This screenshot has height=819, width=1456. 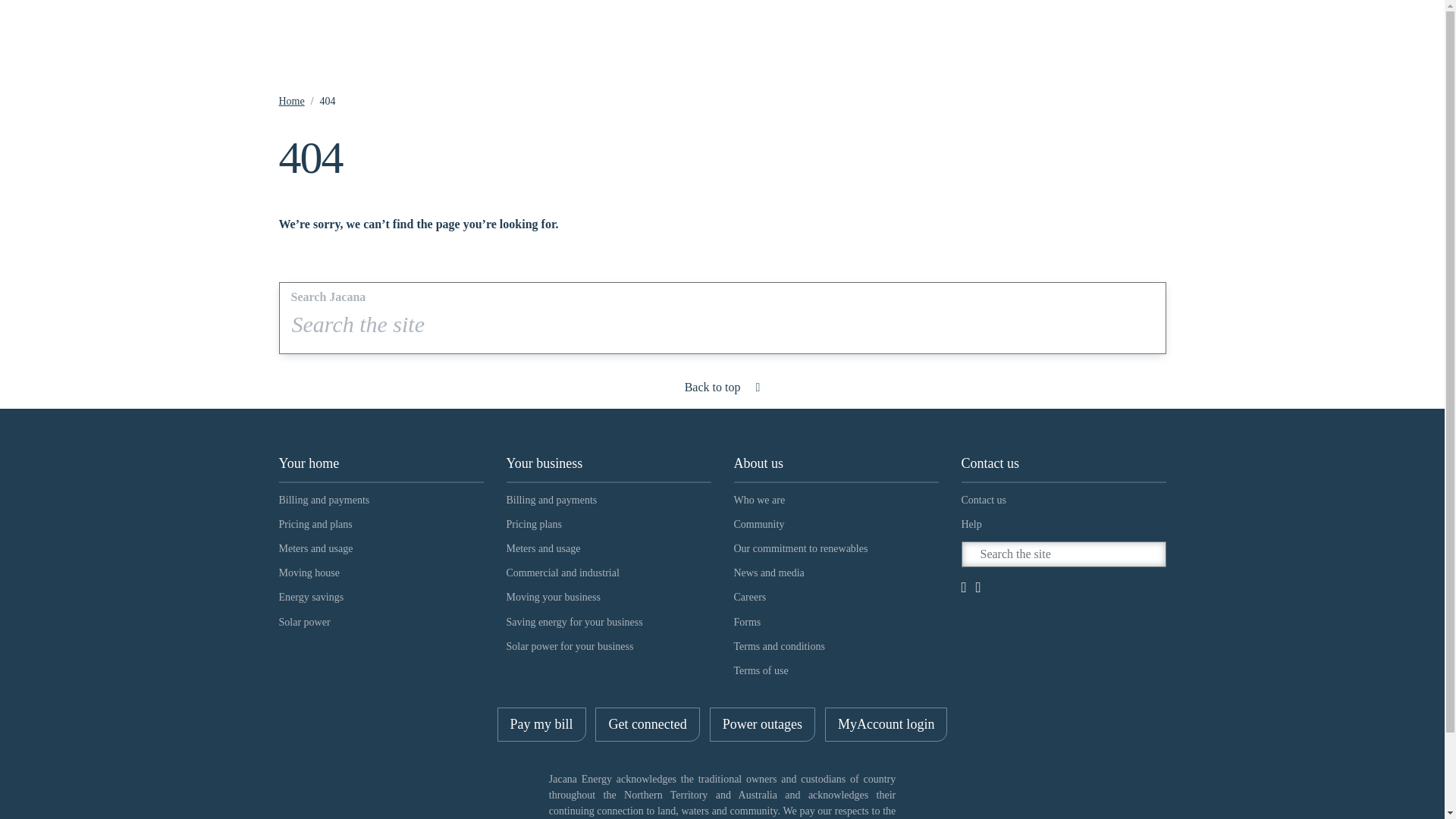 I want to click on 'Get connected', so click(x=595, y=723).